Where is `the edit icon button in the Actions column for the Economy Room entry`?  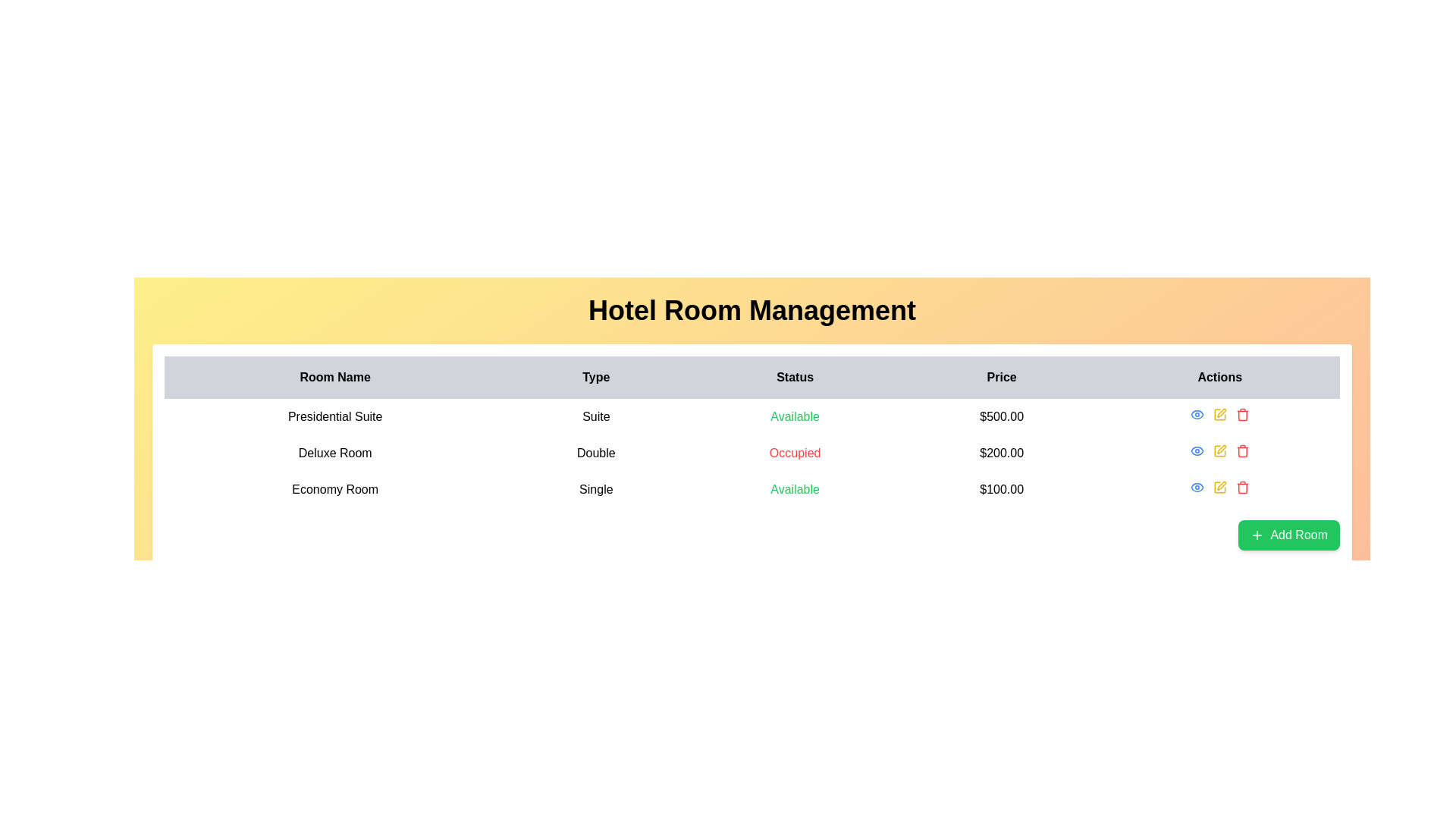
the edit icon button in the Actions column for the Economy Room entry is located at coordinates (1221, 485).